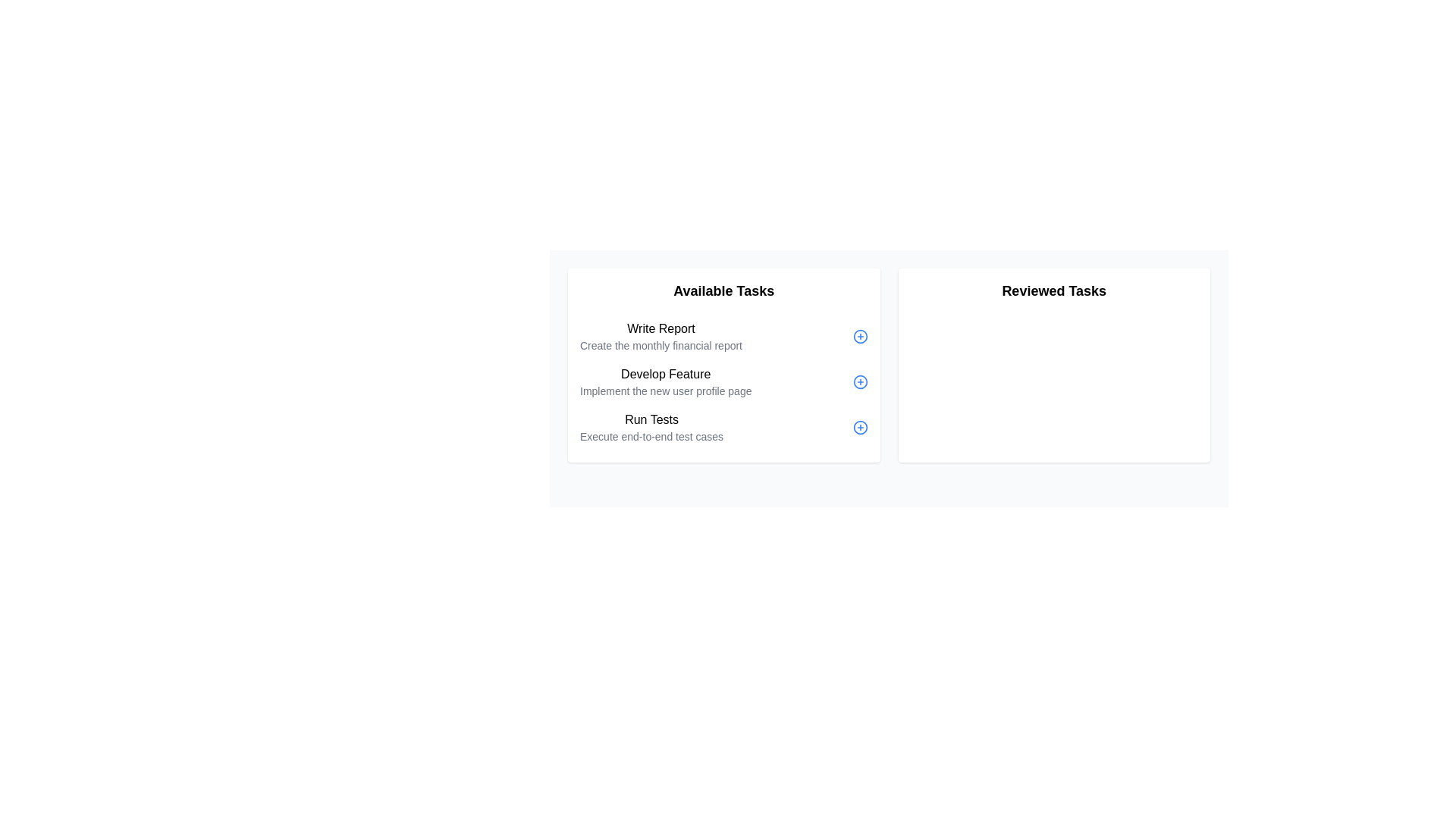 This screenshot has width=1456, height=819. What do you see at coordinates (860, 381) in the screenshot?
I see `the blue plus icon button inside a circular border` at bounding box center [860, 381].